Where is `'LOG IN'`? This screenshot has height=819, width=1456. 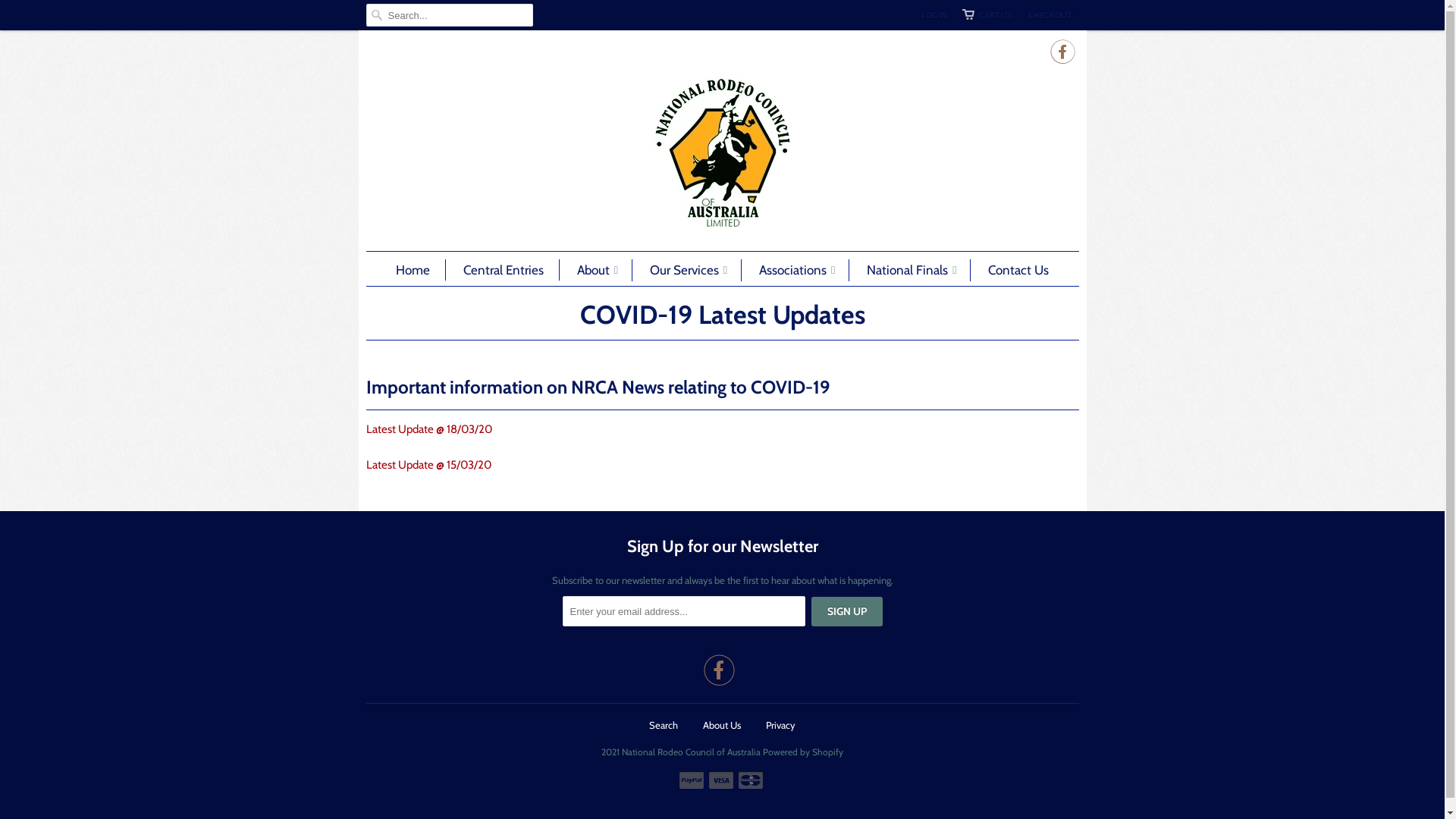 'LOG IN' is located at coordinates (932, 14).